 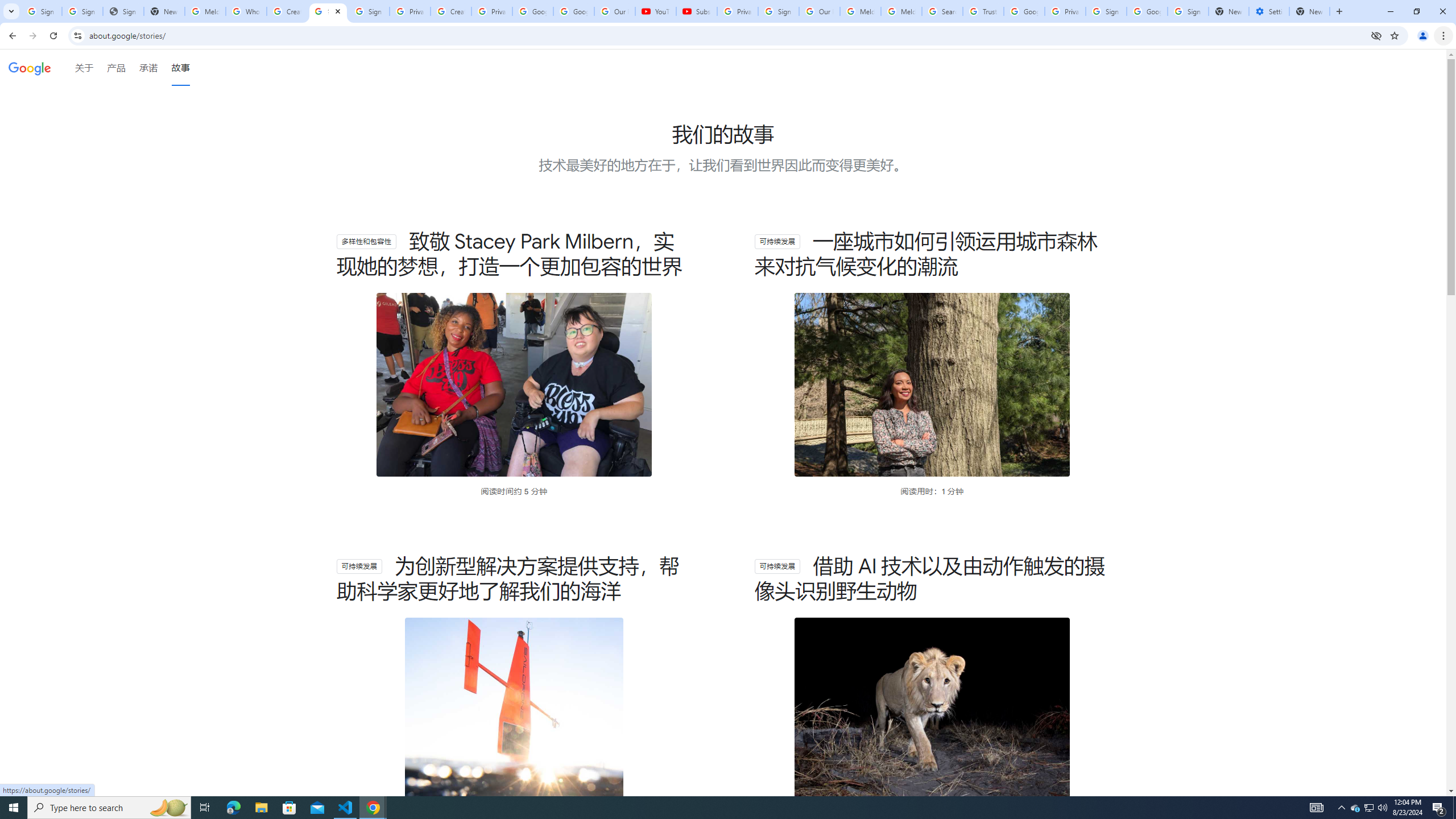 I want to click on 'Settings - Addresses and more', so click(x=1268, y=11).